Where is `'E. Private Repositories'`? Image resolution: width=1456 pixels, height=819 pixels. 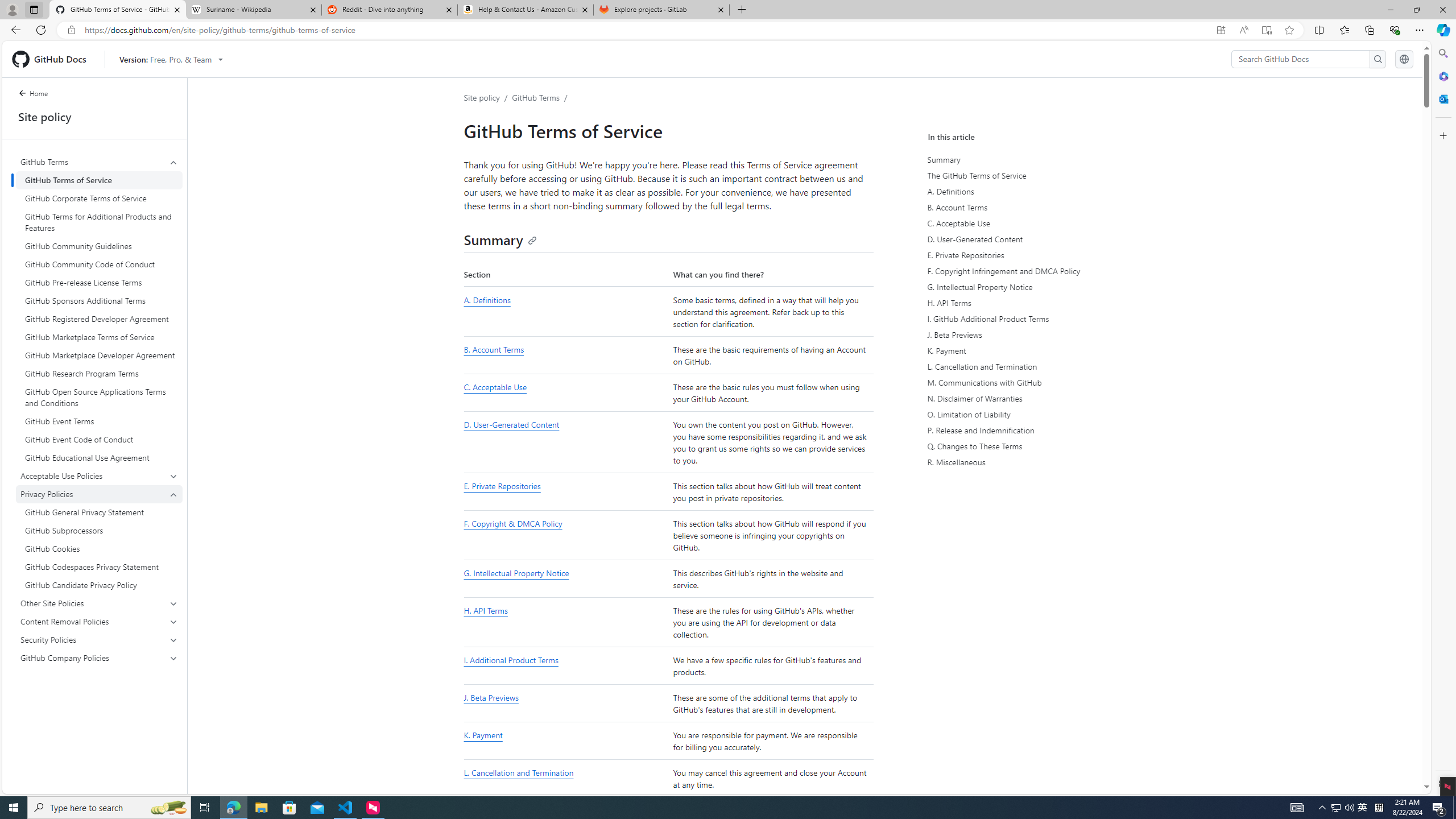
'E. Private Repositories' is located at coordinates (565, 492).